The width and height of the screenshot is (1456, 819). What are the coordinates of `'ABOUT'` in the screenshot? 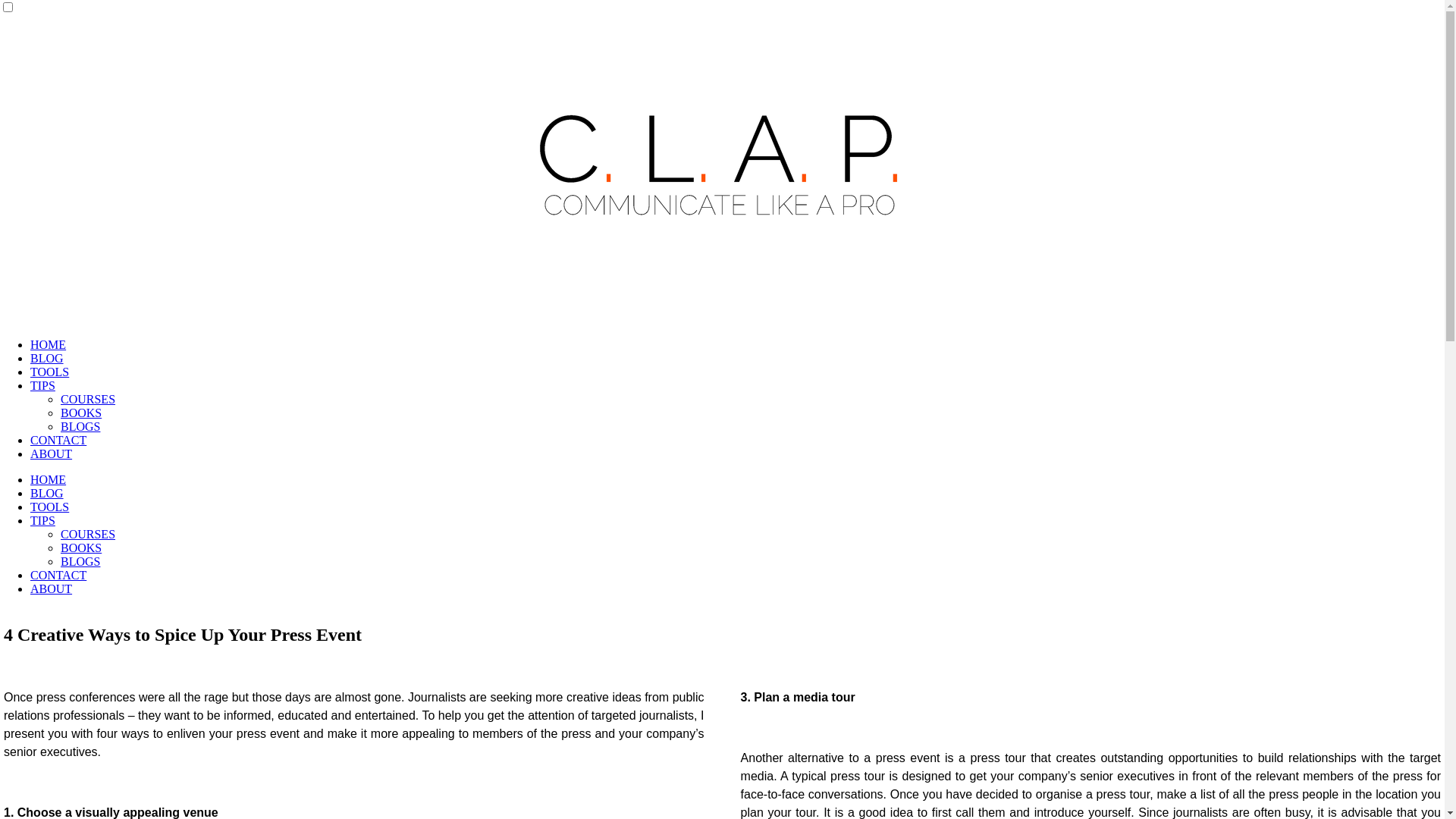 It's located at (30, 453).